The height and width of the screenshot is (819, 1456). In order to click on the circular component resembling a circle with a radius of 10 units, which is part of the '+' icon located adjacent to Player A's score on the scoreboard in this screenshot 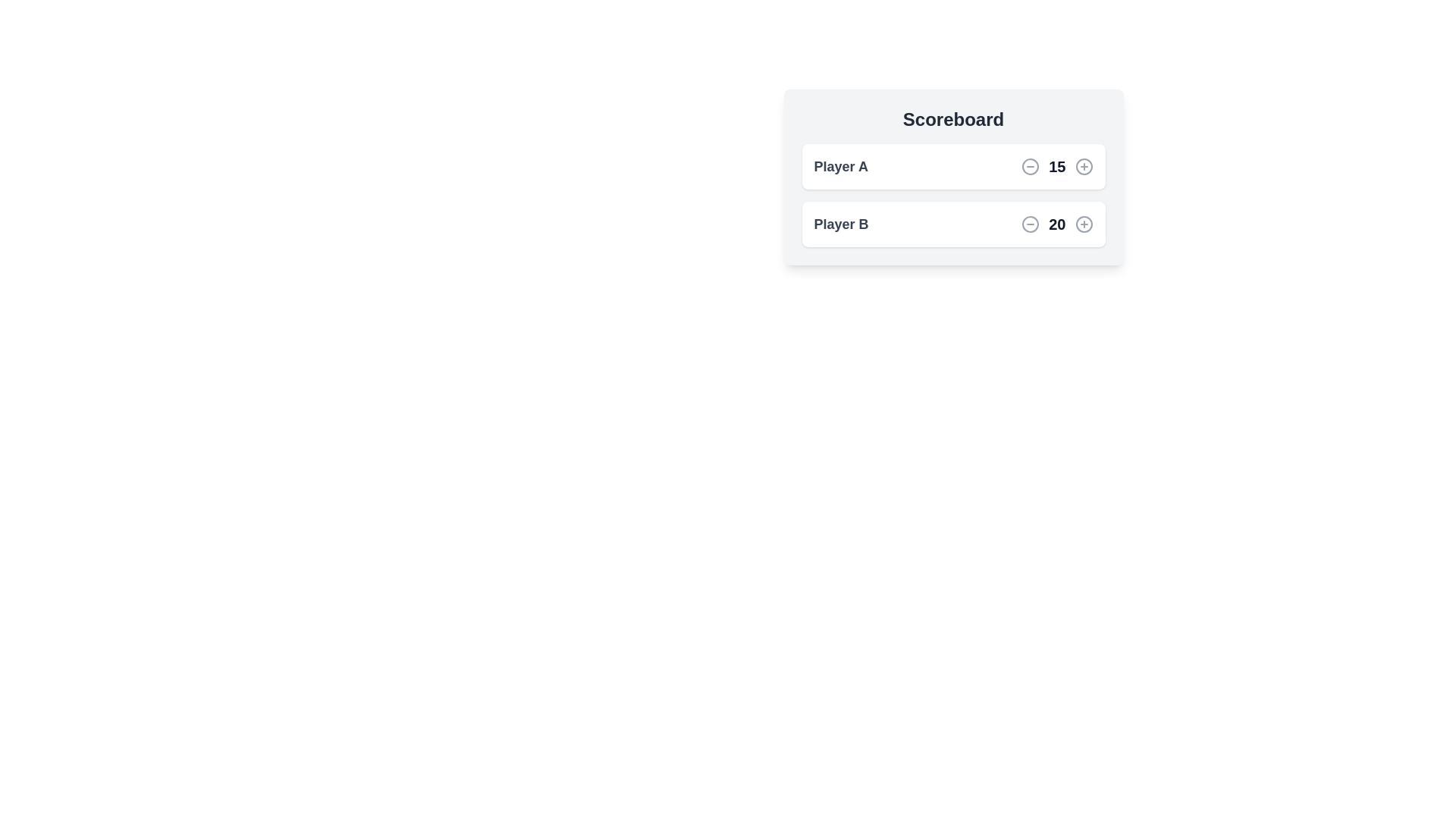, I will do `click(1083, 166)`.